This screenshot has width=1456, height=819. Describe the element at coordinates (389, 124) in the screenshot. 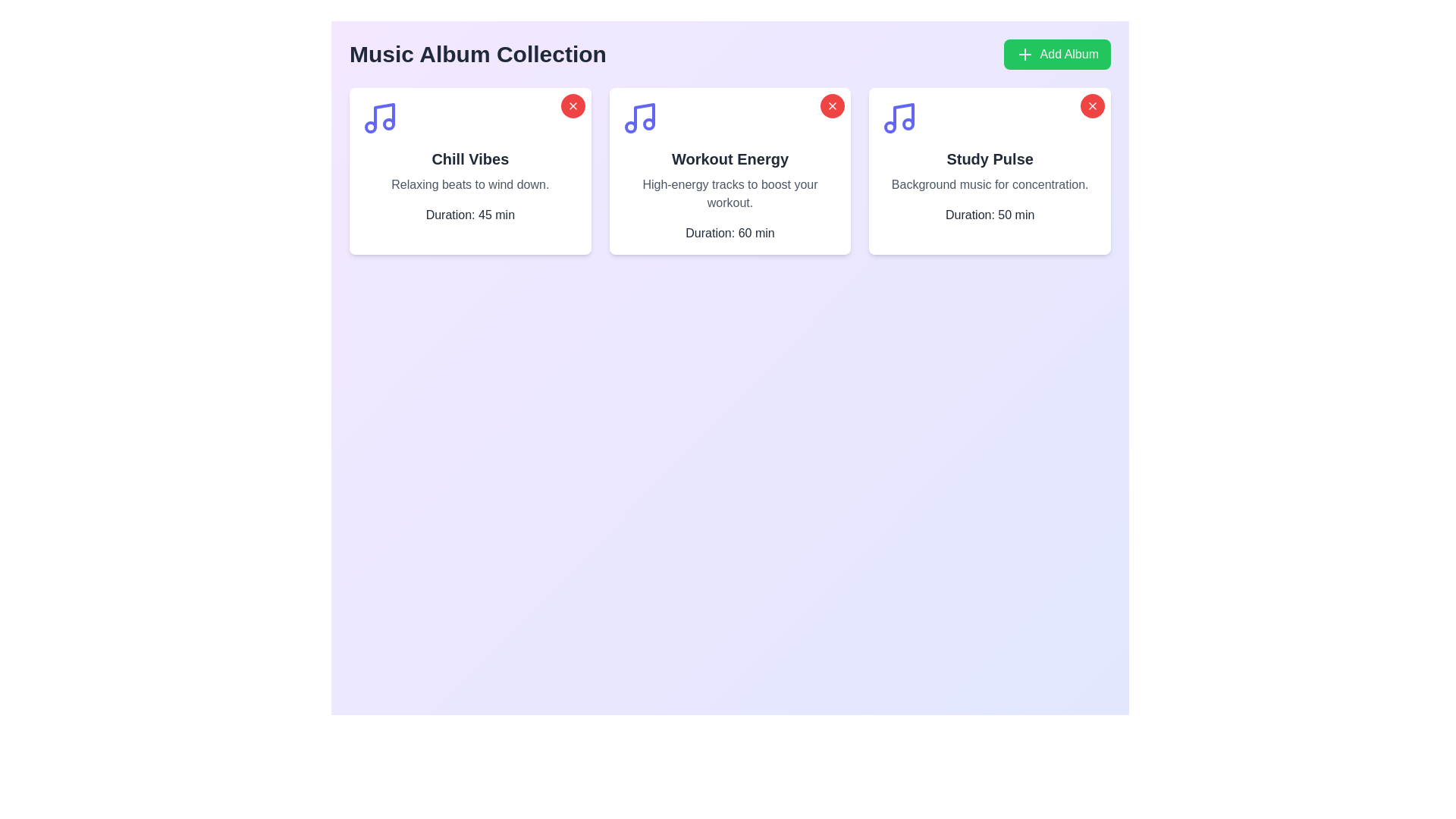

I see `the decorative circle element in the SVG musical note icon located in the top-left corner of the first card in the interface` at that location.